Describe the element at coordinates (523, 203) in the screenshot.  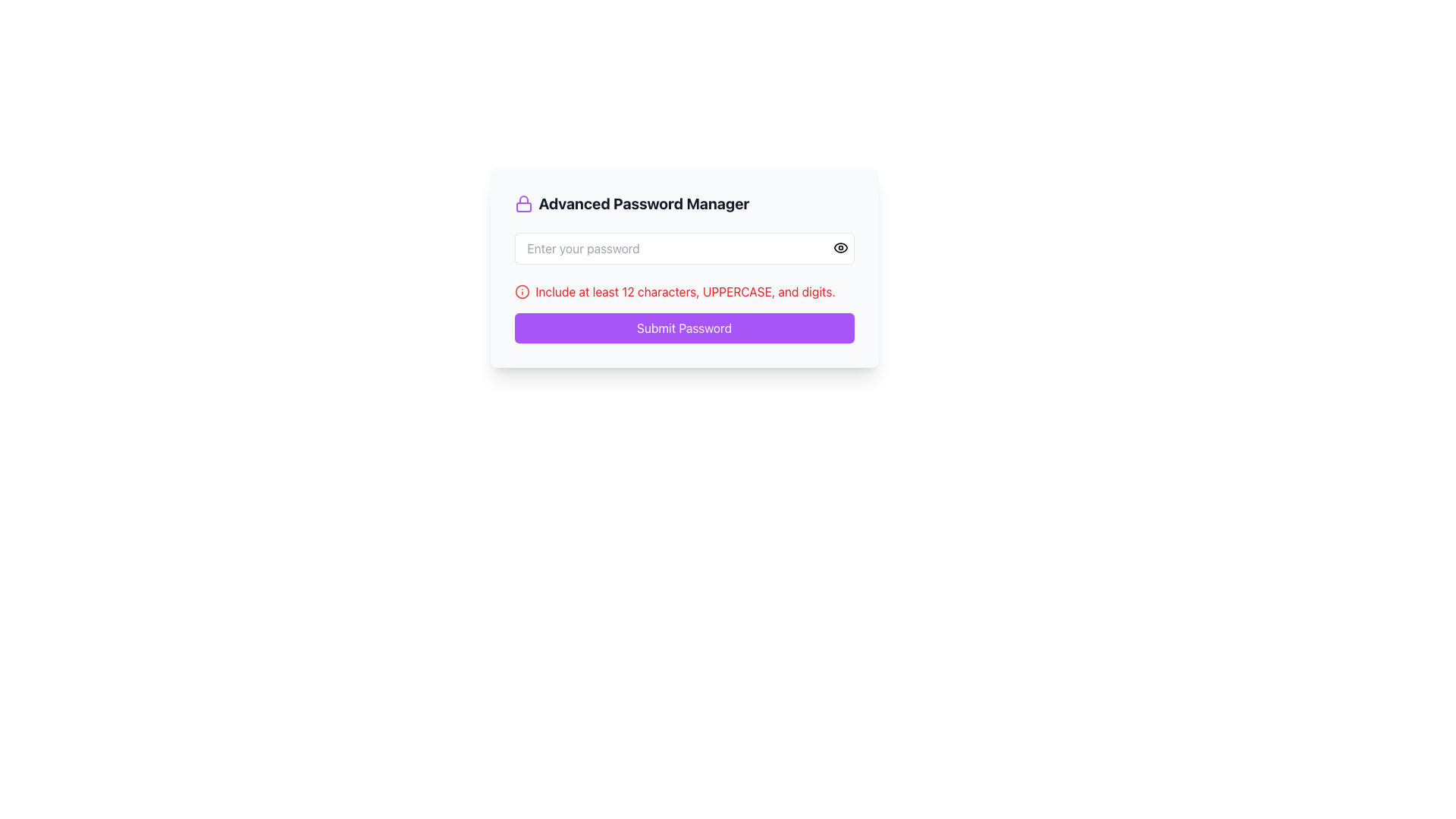
I see `the purple lock icon that symbolizes security, located to the left of the 'Advanced Password Manager' text in the title section` at that location.